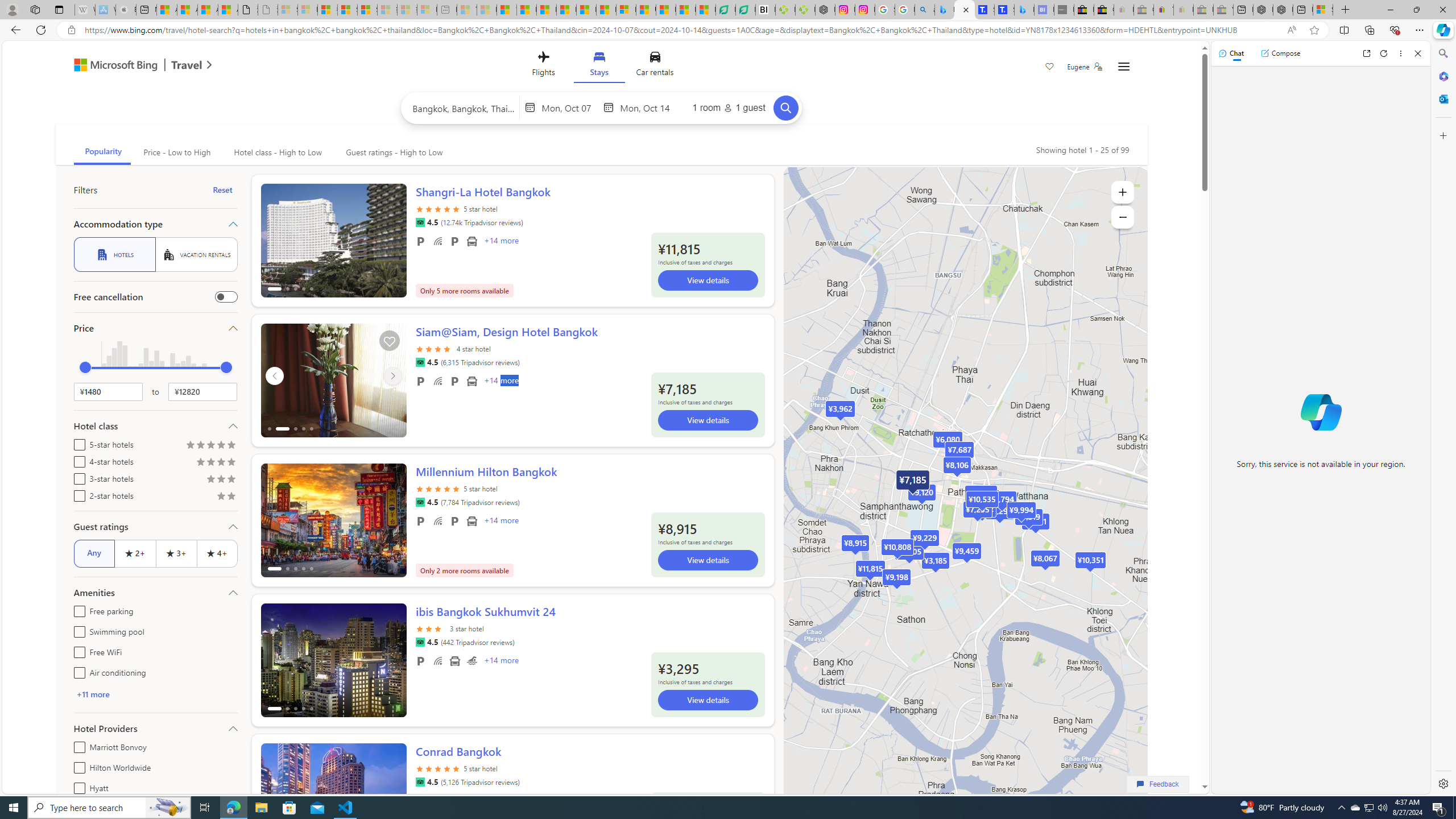 The image size is (1456, 819). Describe the element at coordinates (466, 9) in the screenshot. I see `'Top Stories - MSN - Sleeping'` at that location.